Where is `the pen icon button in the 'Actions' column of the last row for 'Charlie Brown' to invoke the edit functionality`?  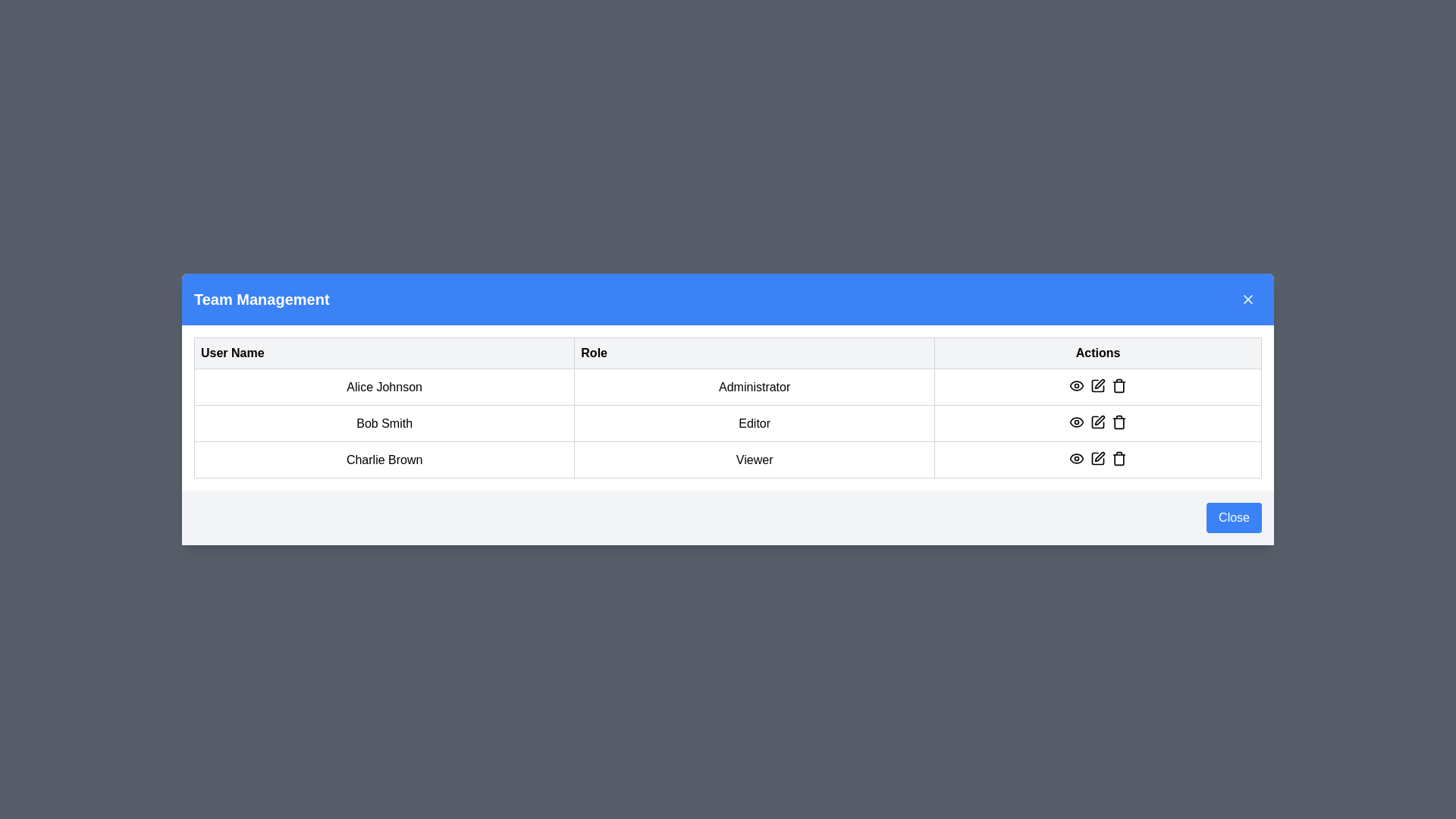
the pen icon button in the 'Actions' column of the last row for 'Charlie Brown' to invoke the edit functionality is located at coordinates (1098, 458).